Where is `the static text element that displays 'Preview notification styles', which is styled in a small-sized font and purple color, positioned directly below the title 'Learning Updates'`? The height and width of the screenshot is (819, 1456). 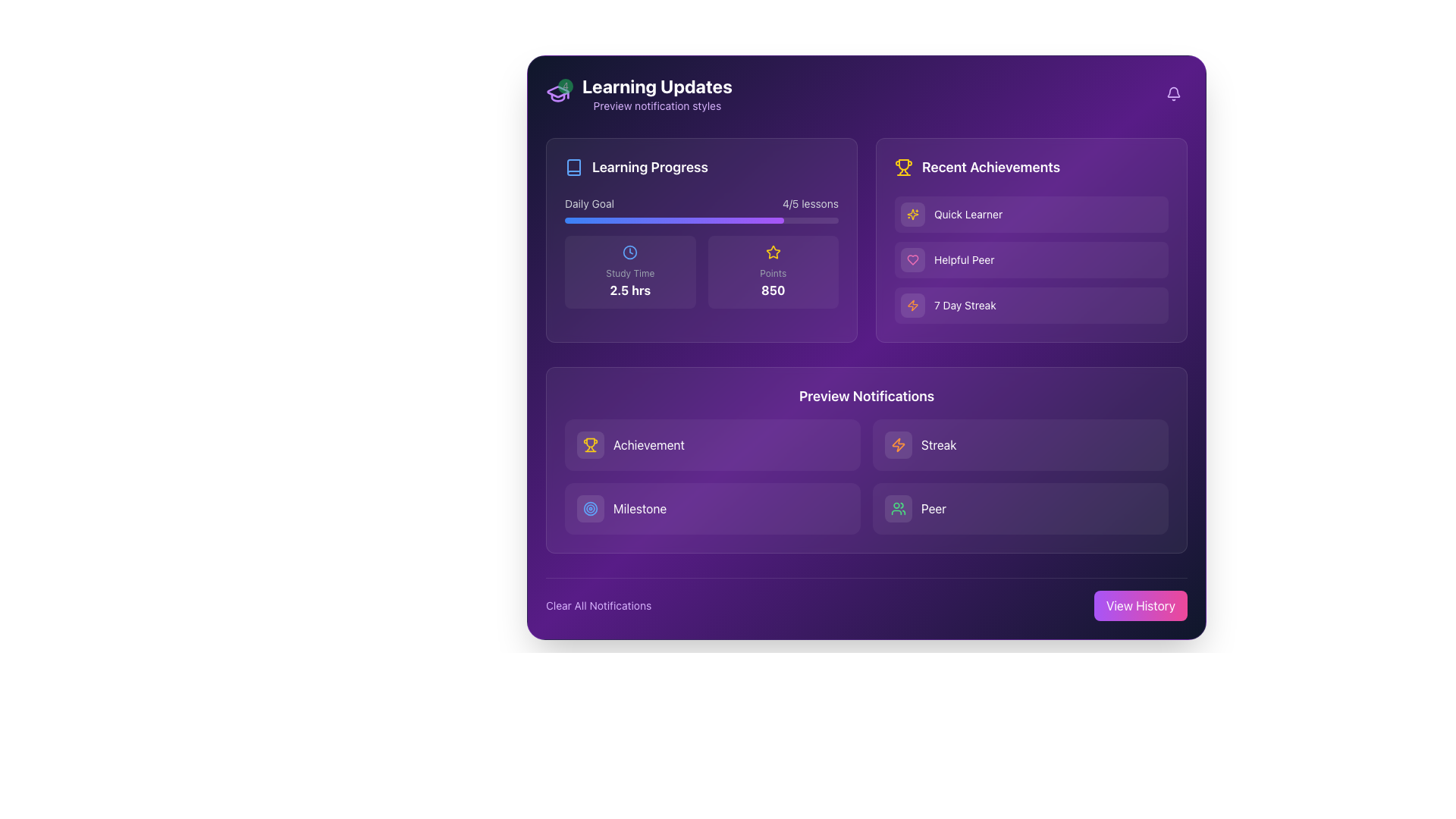 the static text element that displays 'Preview notification styles', which is styled in a small-sized font and purple color, positioned directly below the title 'Learning Updates' is located at coordinates (657, 105).